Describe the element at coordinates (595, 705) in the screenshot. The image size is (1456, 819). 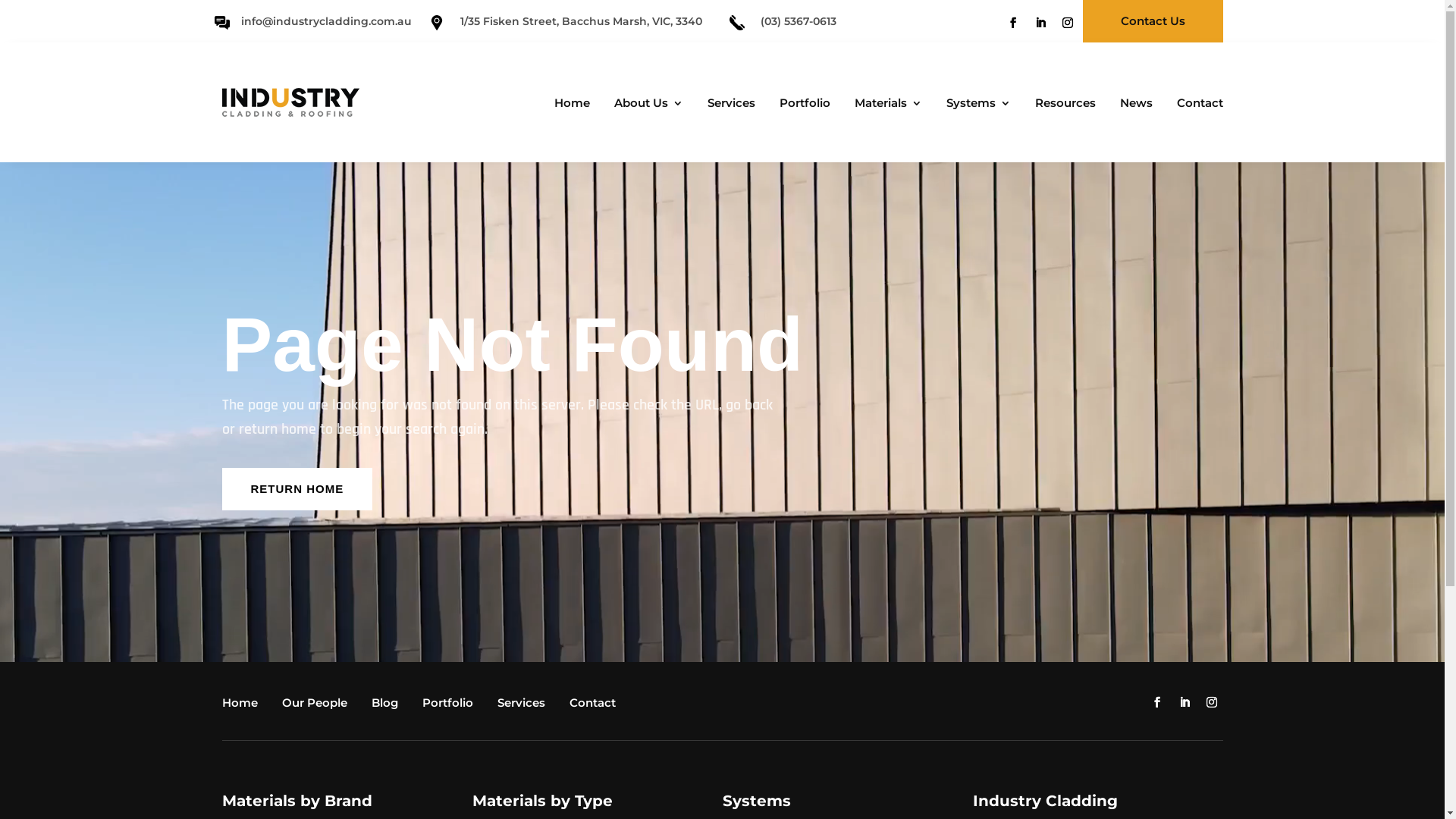
I see `'Contact'` at that location.